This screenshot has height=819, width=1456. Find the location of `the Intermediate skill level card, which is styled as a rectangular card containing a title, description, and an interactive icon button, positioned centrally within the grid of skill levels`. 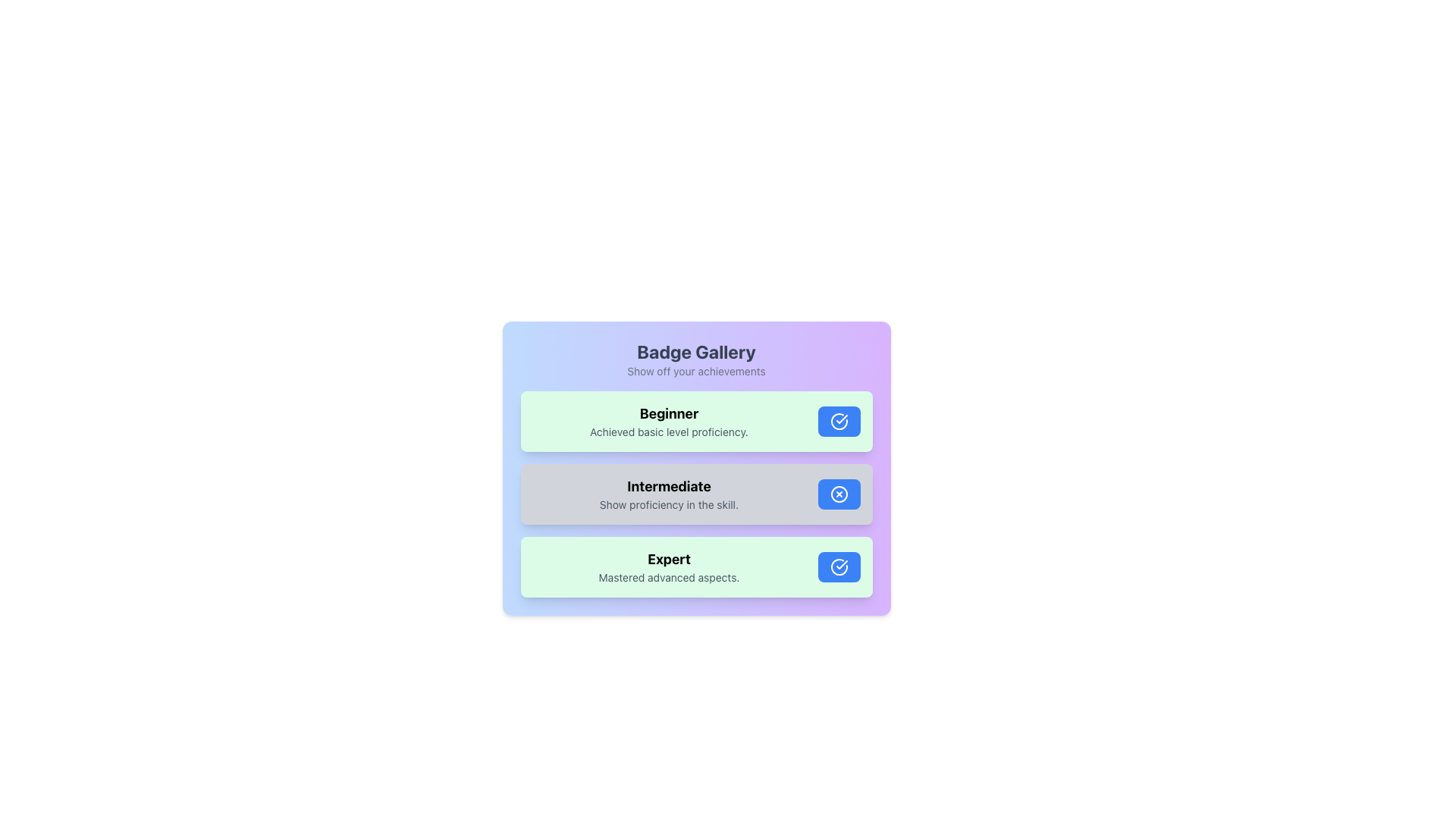

the Intermediate skill level card, which is styled as a rectangular card containing a title, description, and an interactive icon button, positioned centrally within the grid of skill levels is located at coordinates (695, 494).